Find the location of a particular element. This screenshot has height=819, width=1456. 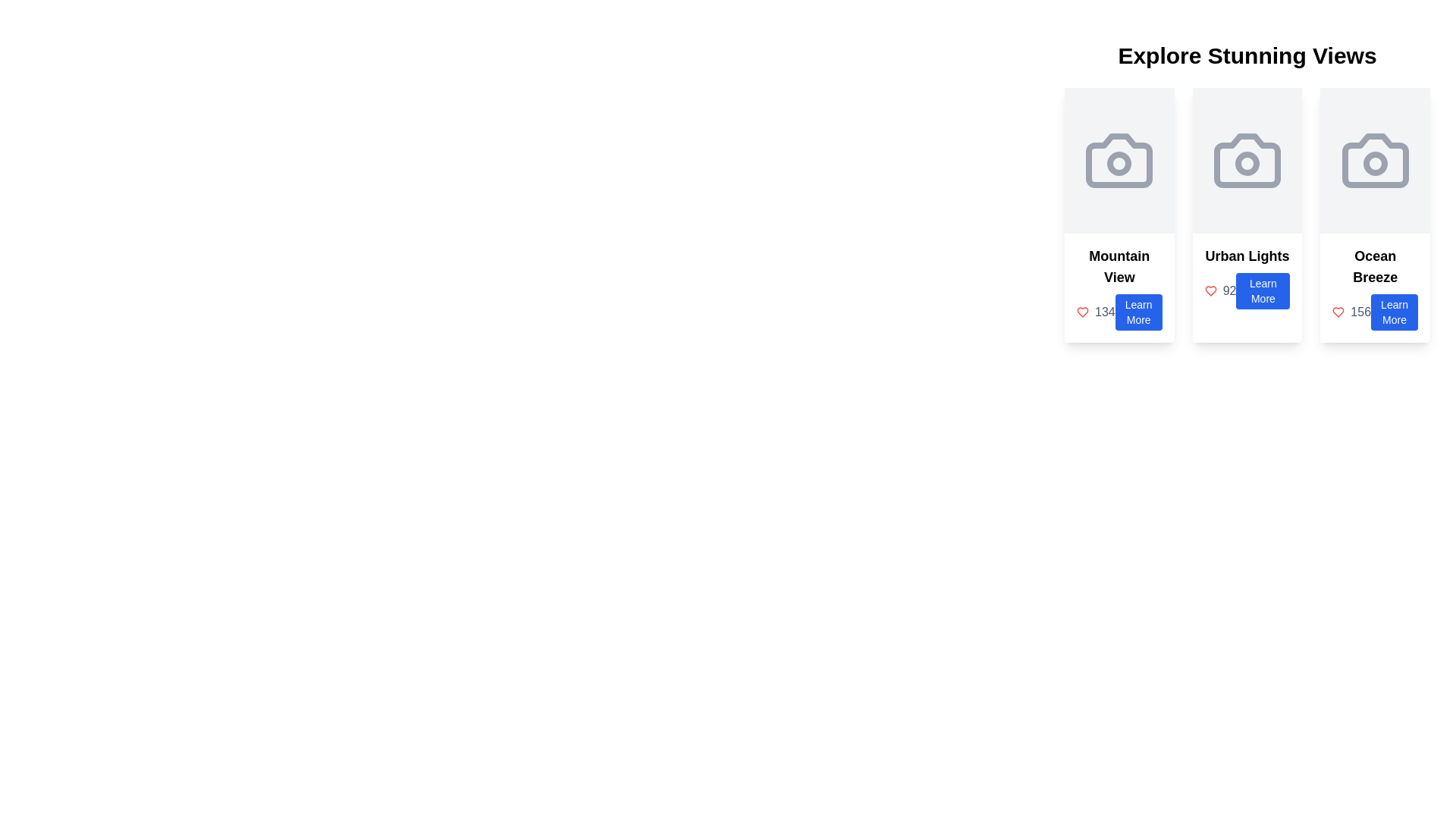

the decorative icon representing photography or scenic views located at the top center of the 'Mountain View' card, which is the leftmost card in a series of three horizontally aligned cards is located at coordinates (1119, 161).